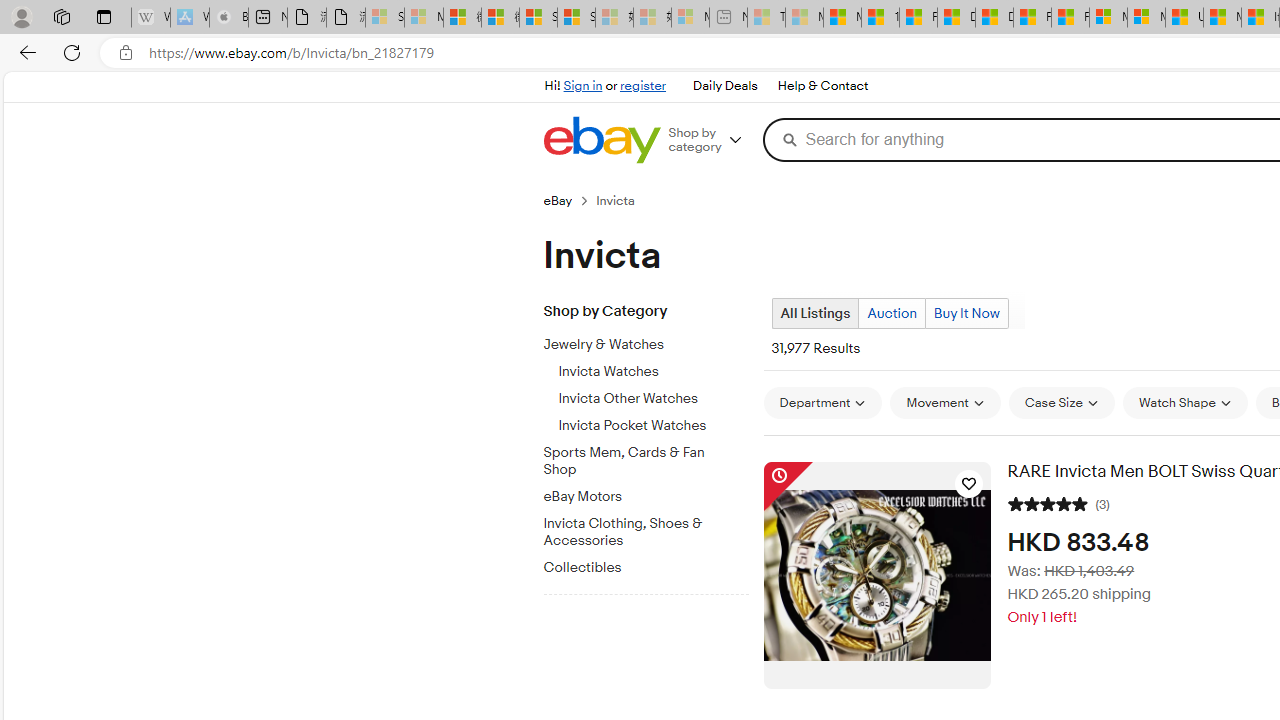 The image size is (1280, 720). Describe the element at coordinates (643, 85) in the screenshot. I see `'register'` at that location.